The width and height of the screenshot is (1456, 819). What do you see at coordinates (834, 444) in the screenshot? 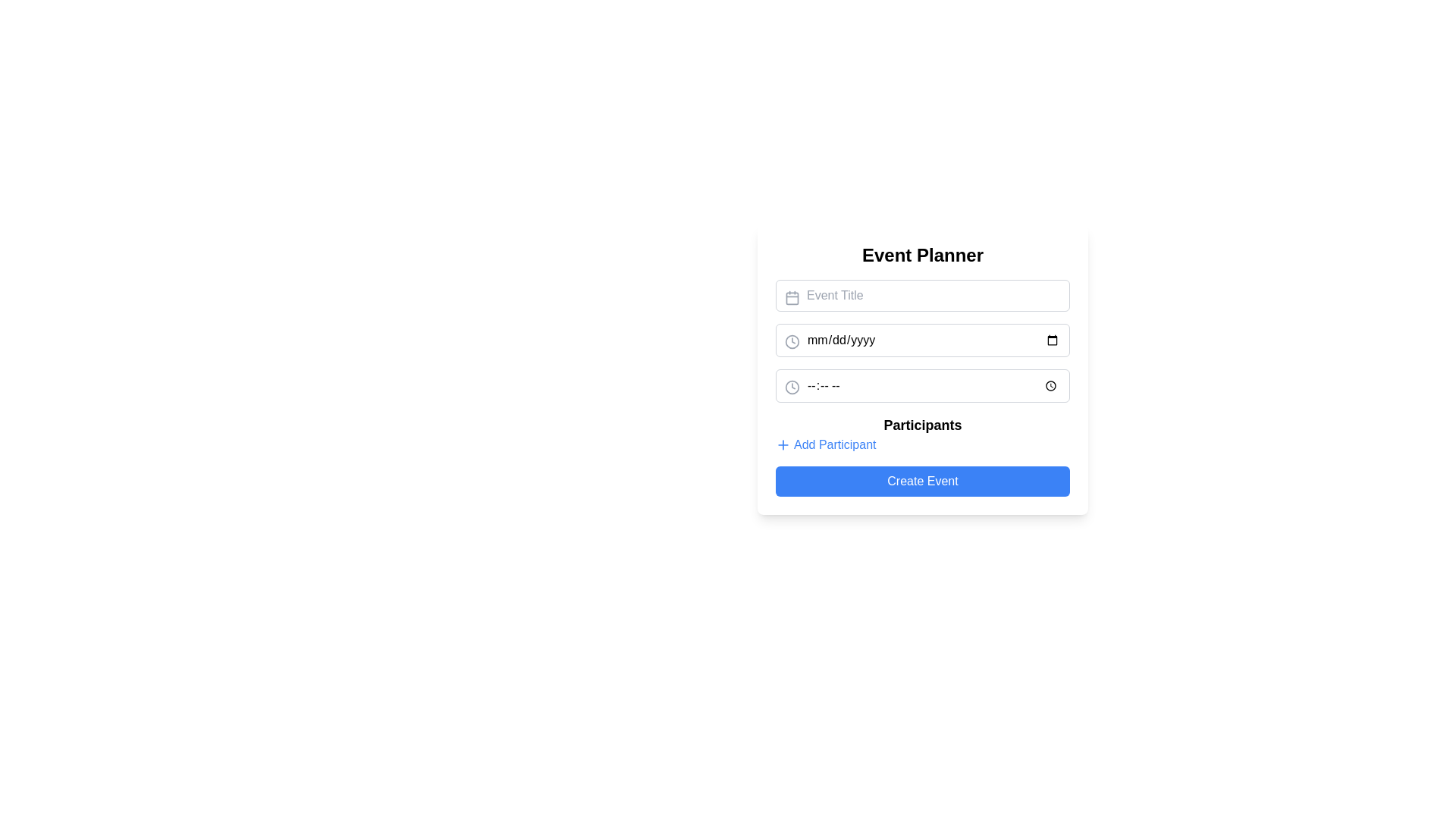
I see `the 'Add Participant' text label located in the 'Event Planner' form interface underneath the 'Participants' heading to initiate adding a participant` at bounding box center [834, 444].